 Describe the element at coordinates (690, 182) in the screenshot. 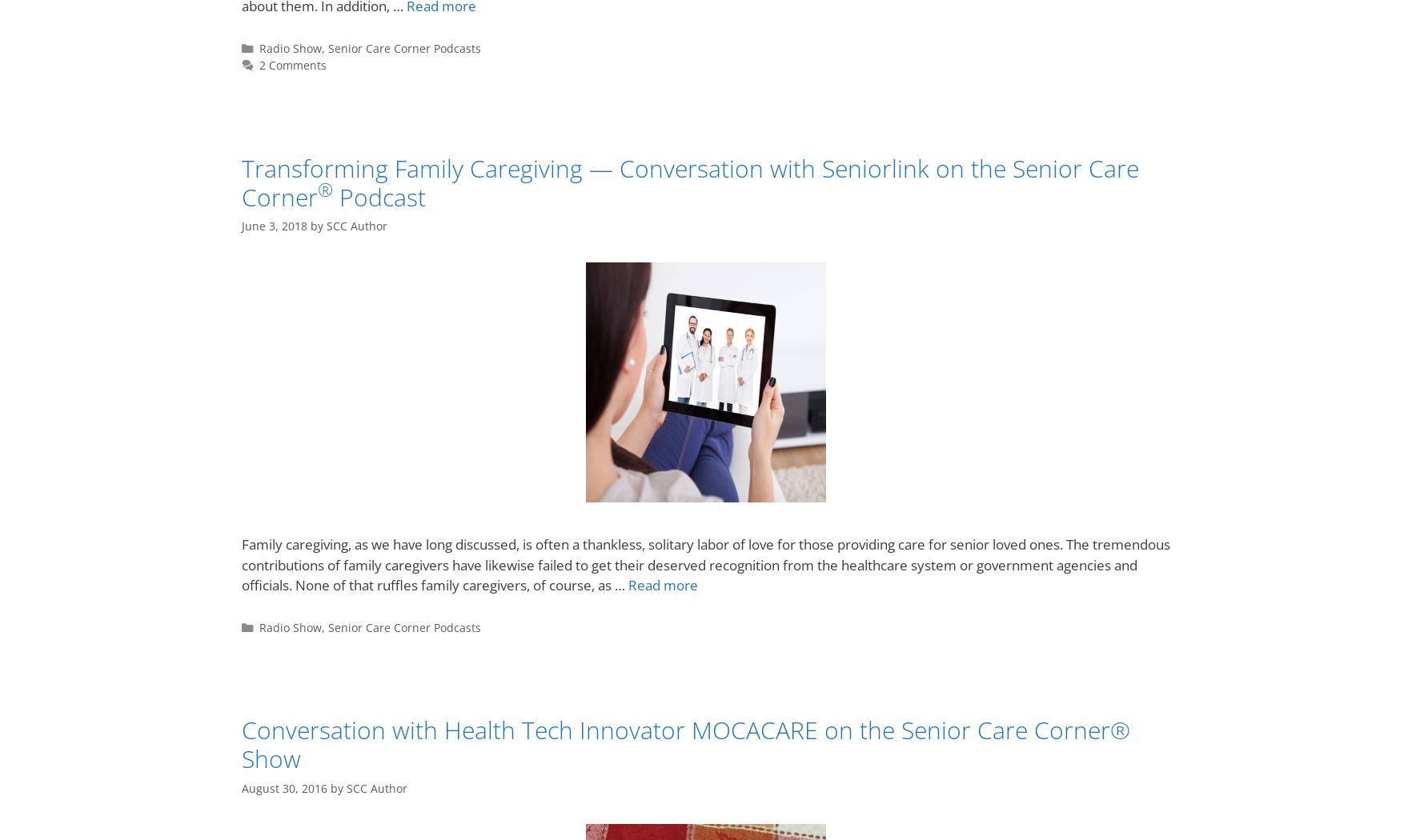

I see `'Transforming Family Caregiving — Conversation with Seniorlink on the Senior Care Corner'` at that location.